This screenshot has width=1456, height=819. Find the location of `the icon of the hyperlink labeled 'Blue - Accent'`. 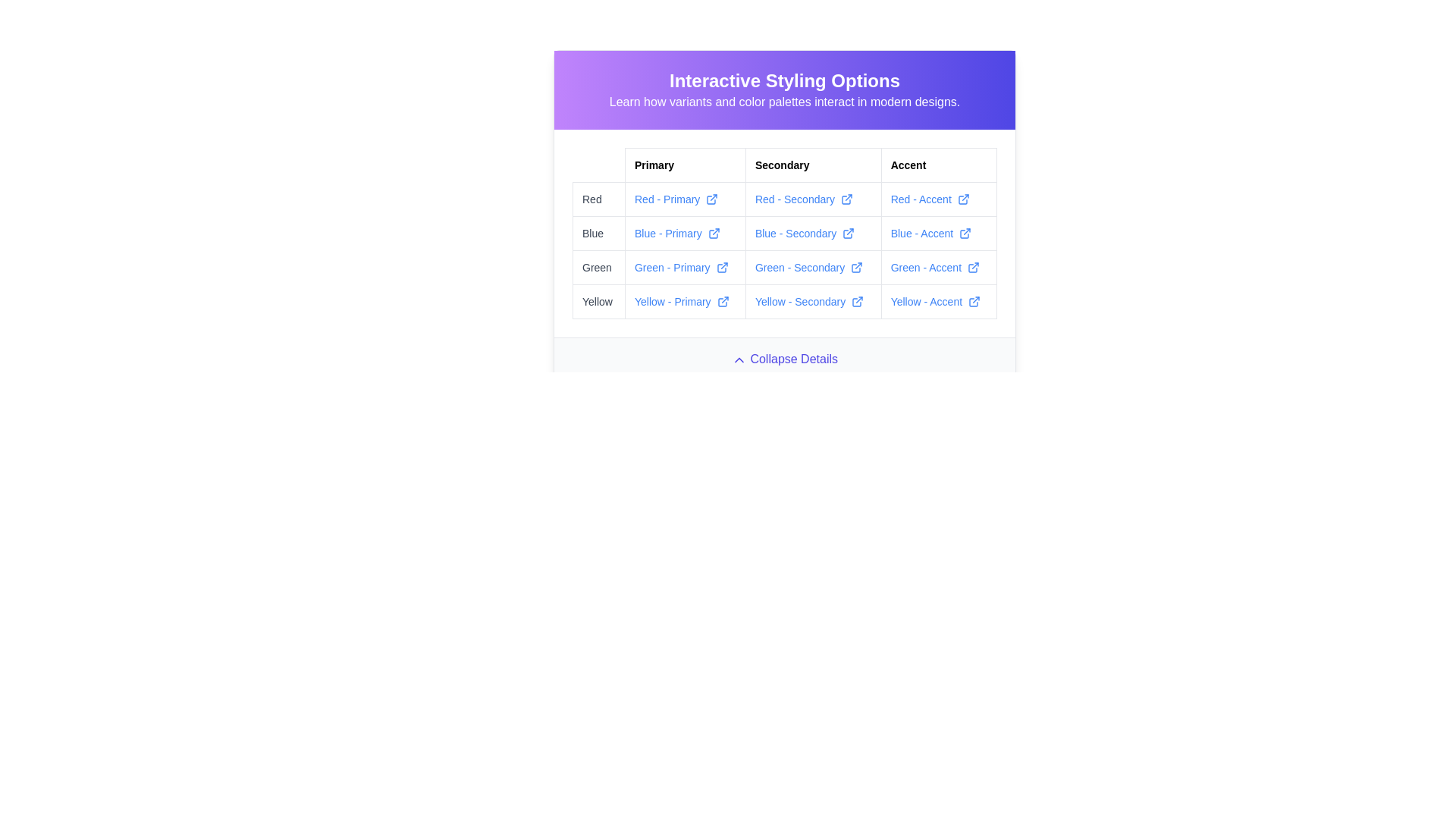

the icon of the hyperlink labeled 'Blue - Accent' is located at coordinates (938, 234).